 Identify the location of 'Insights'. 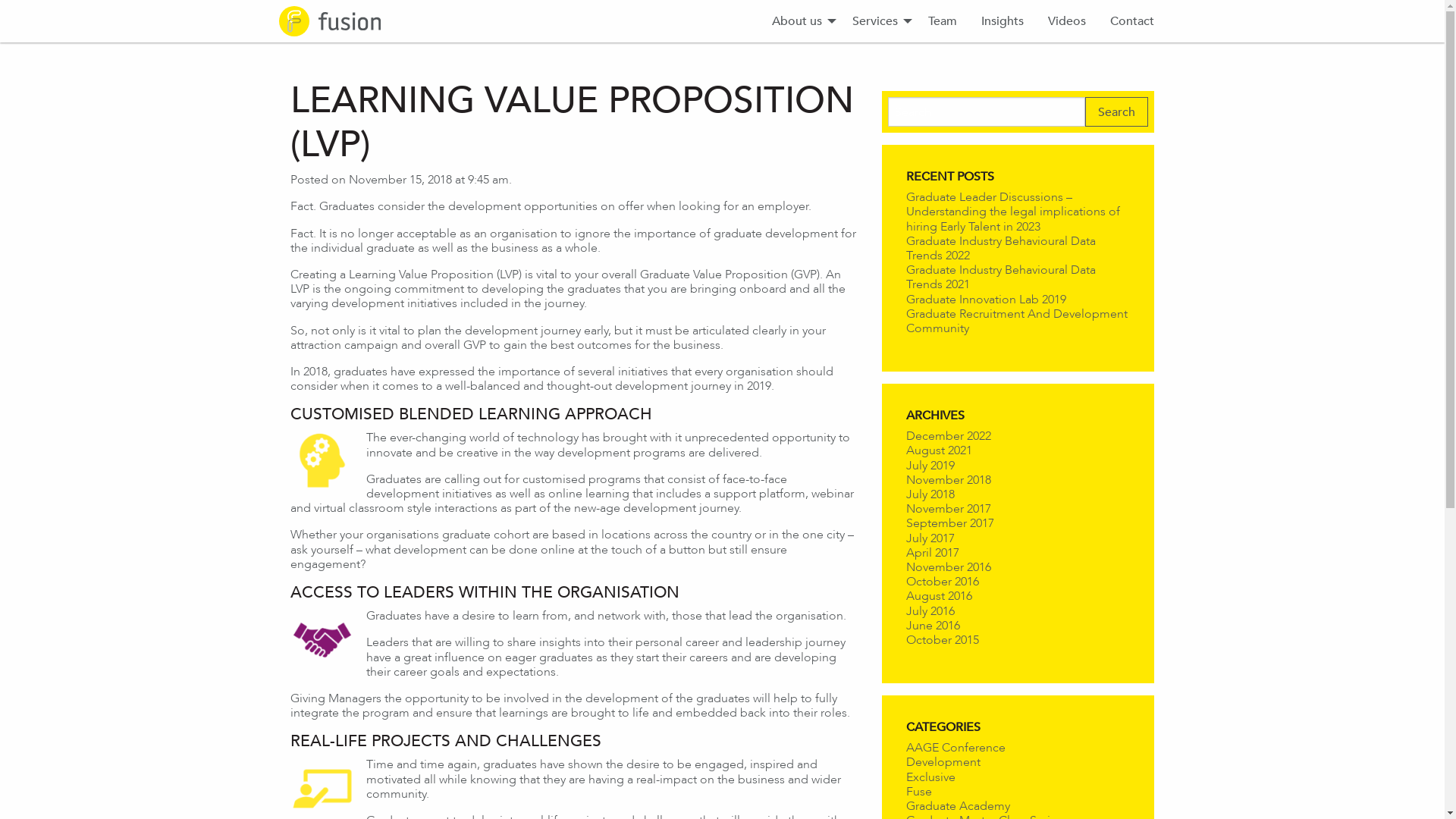
(968, 20).